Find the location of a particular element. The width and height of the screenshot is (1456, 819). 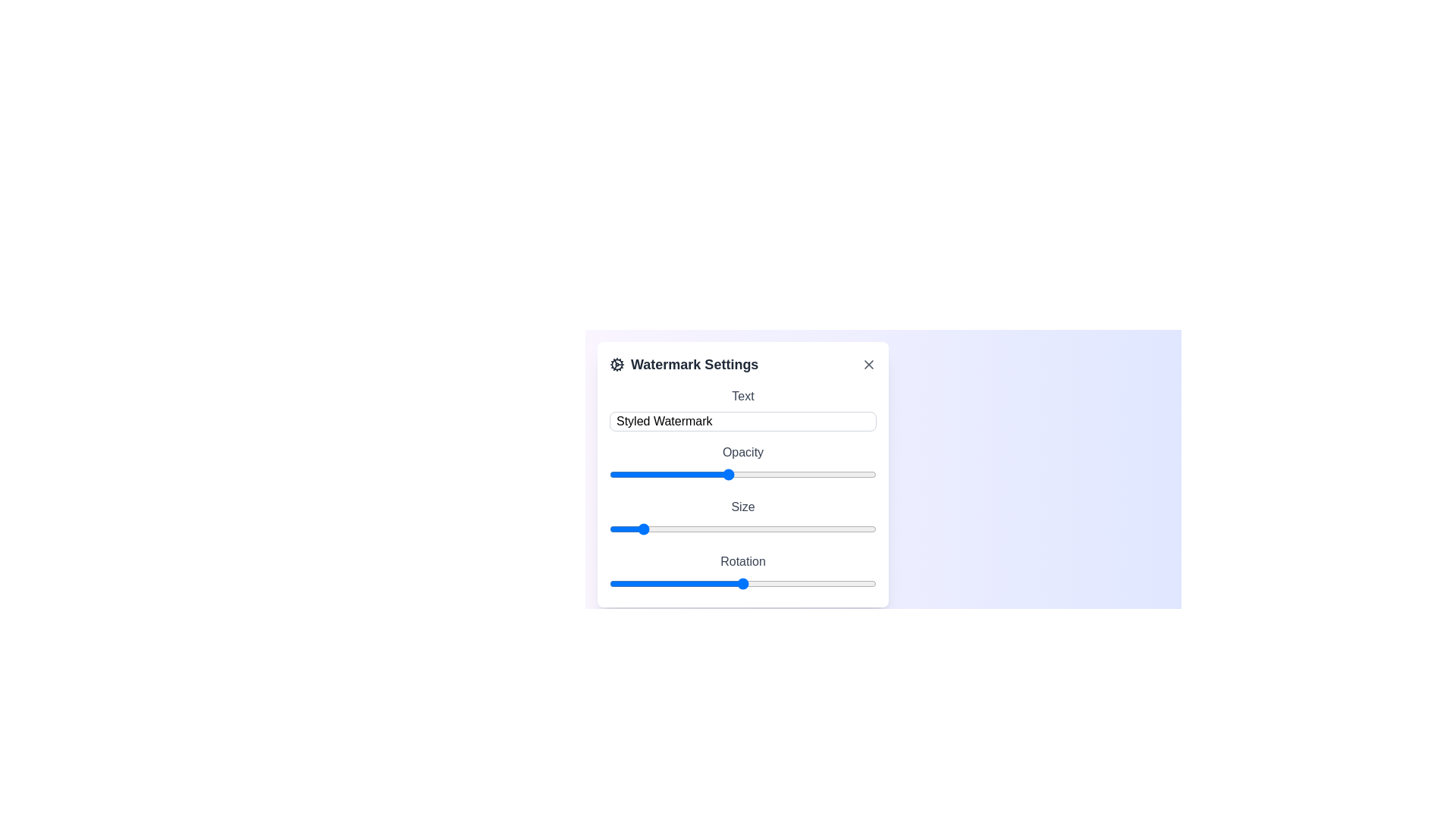

size is located at coordinates (661, 529).